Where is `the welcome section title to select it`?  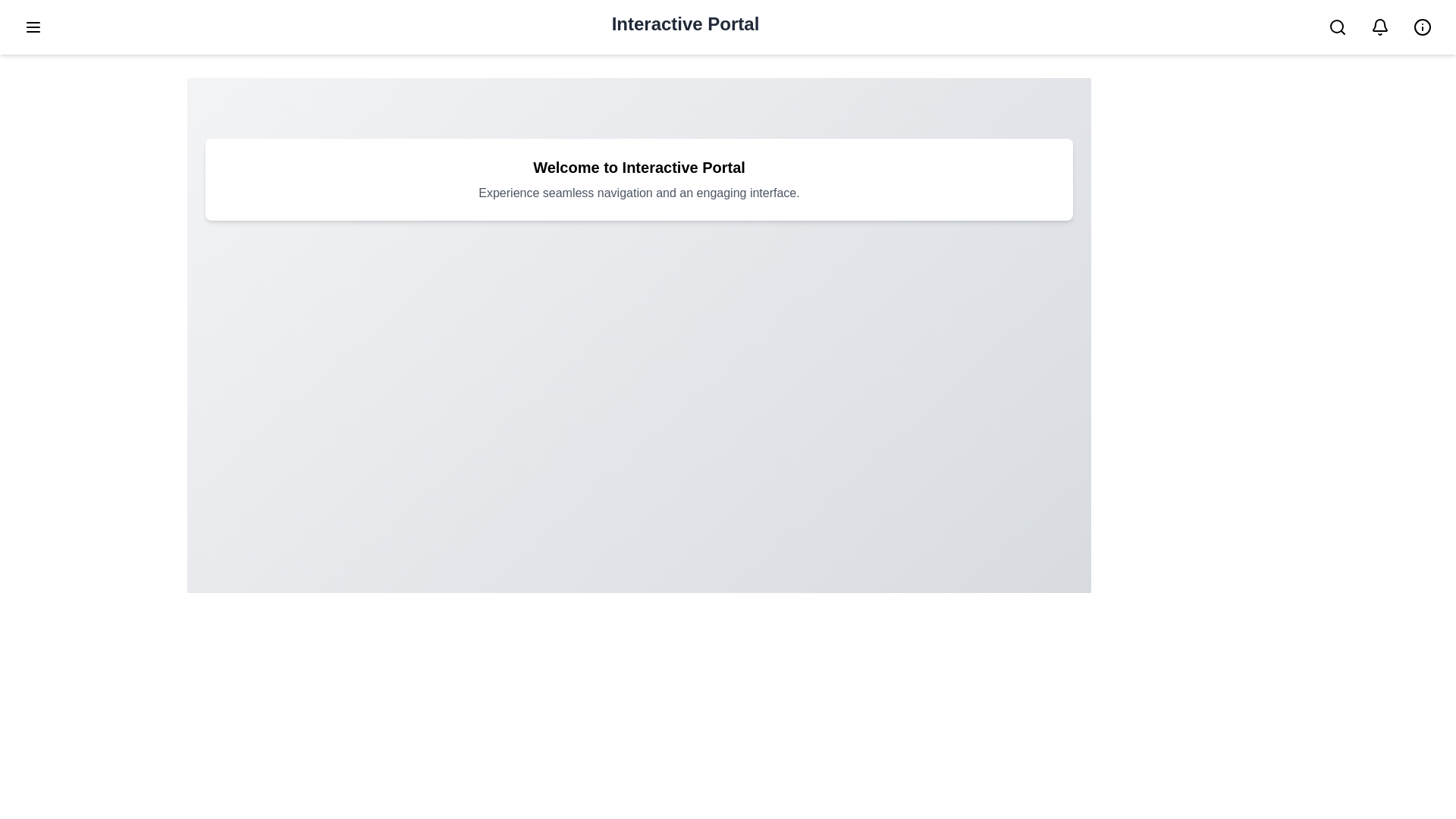 the welcome section title to select it is located at coordinates (639, 167).